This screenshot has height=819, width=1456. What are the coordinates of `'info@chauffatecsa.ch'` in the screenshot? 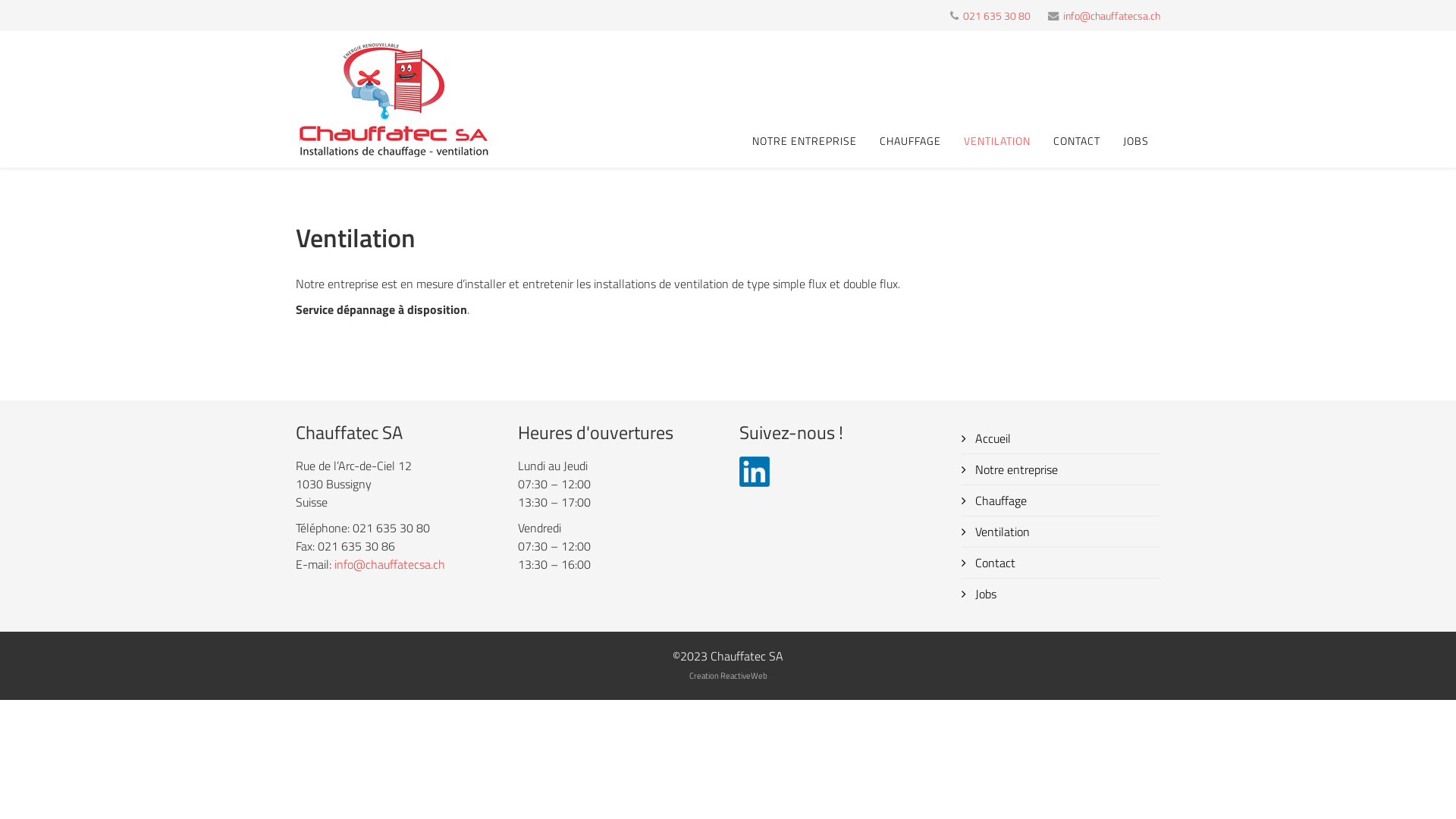 It's located at (334, 564).